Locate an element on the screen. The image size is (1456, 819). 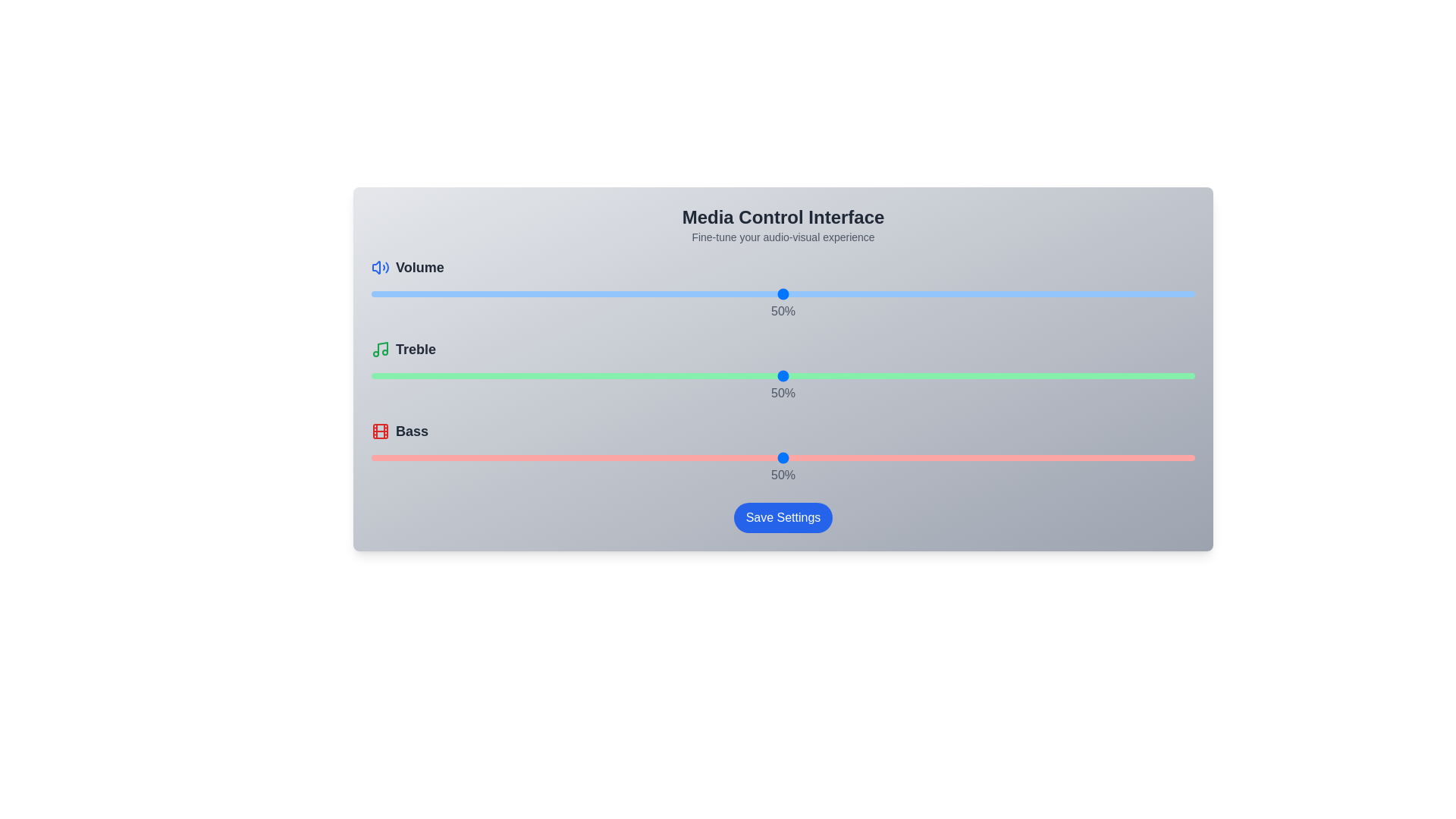
the slider value is located at coordinates (551, 375).